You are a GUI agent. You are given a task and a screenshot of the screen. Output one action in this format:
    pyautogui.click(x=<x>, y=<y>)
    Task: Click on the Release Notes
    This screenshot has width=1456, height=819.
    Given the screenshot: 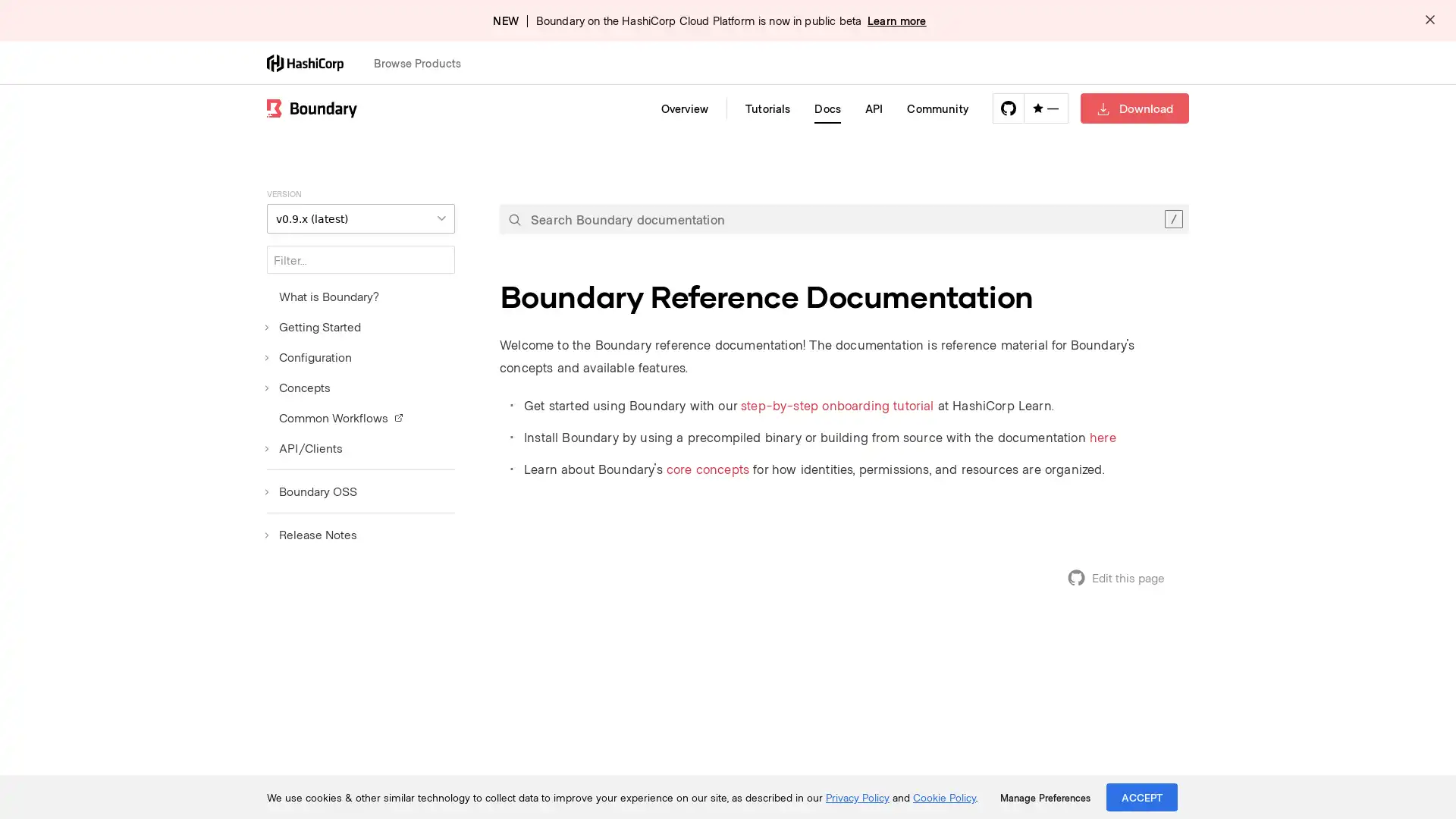 What is the action you would take?
    pyautogui.click(x=311, y=534)
    